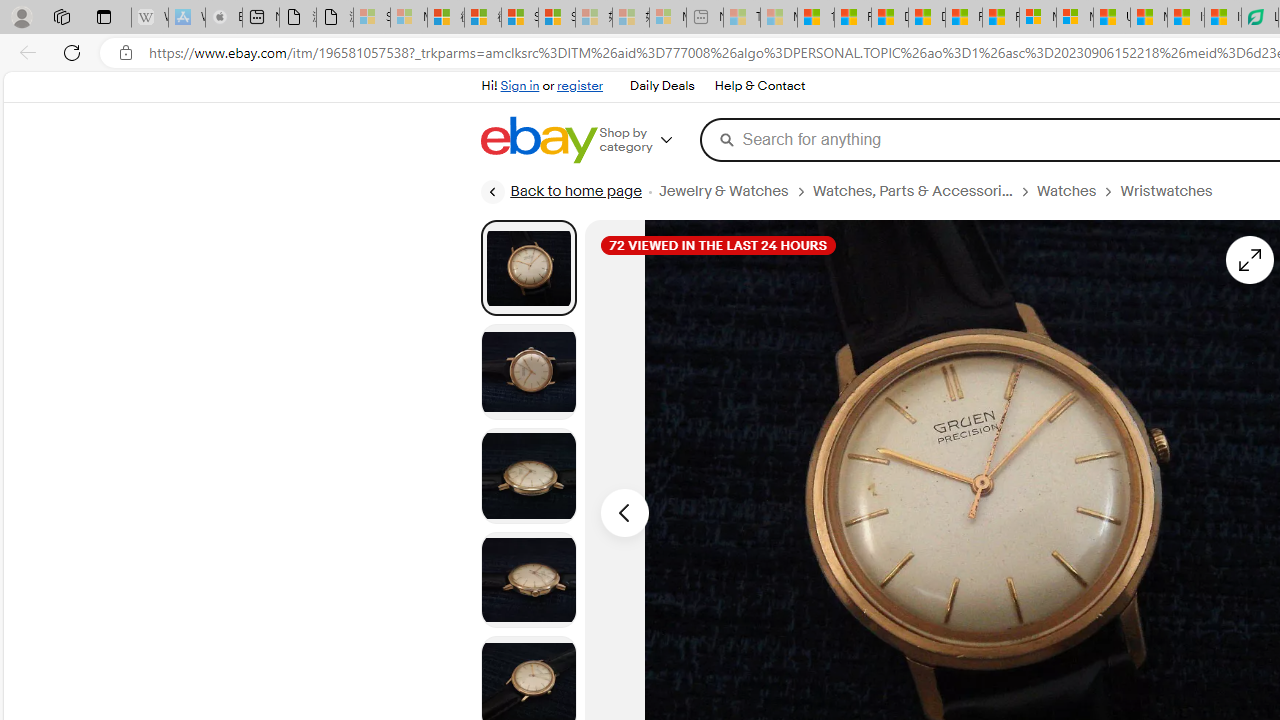 The width and height of the screenshot is (1280, 720). What do you see at coordinates (649, 139) in the screenshot?
I see `'Shop by category'` at bounding box center [649, 139].